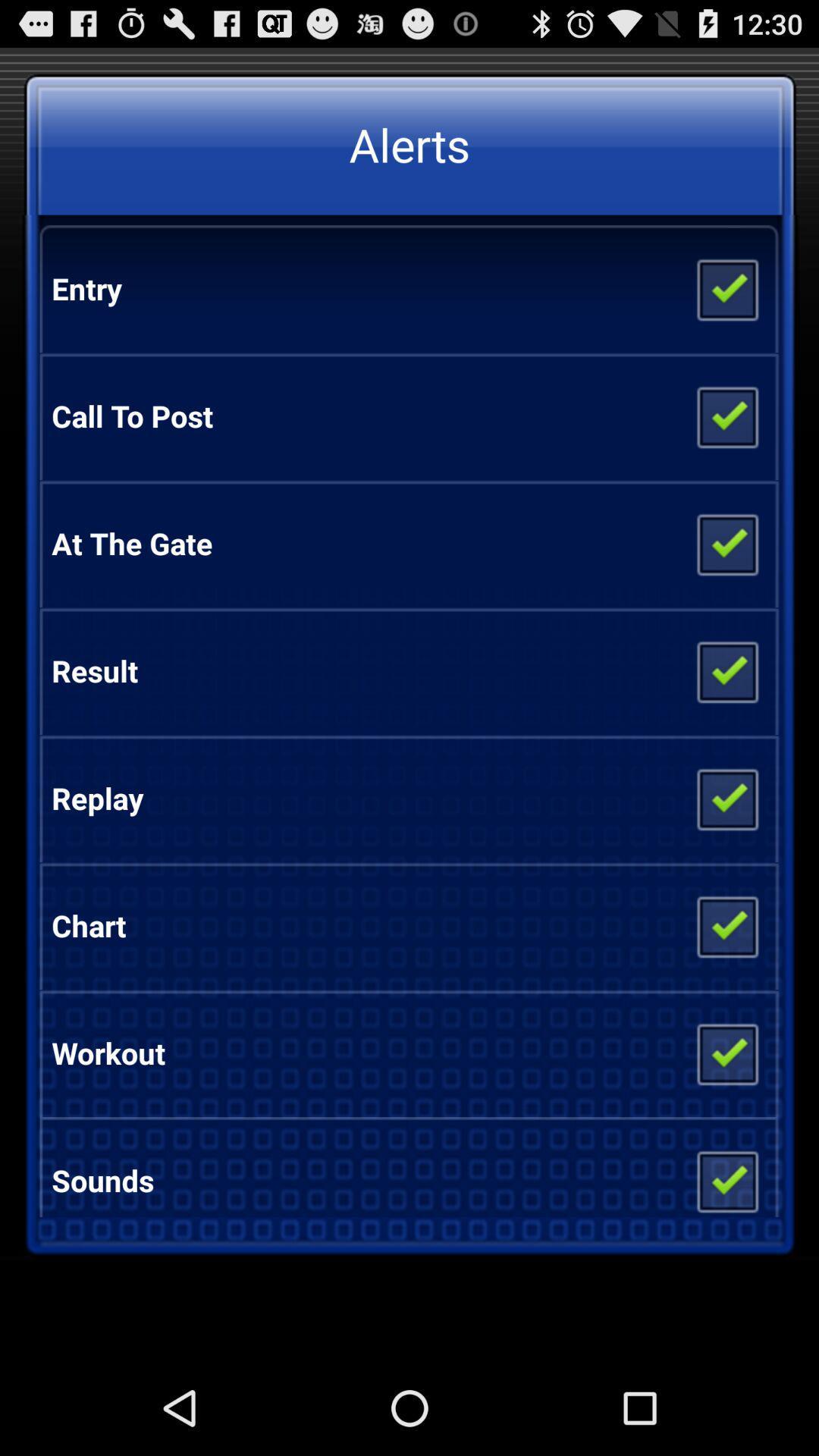 The height and width of the screenshot is (1456, 819). What do you see at coordinates (726, 1174) in the screenshot?
I see `unclick` at bounding box center [726, 1174].